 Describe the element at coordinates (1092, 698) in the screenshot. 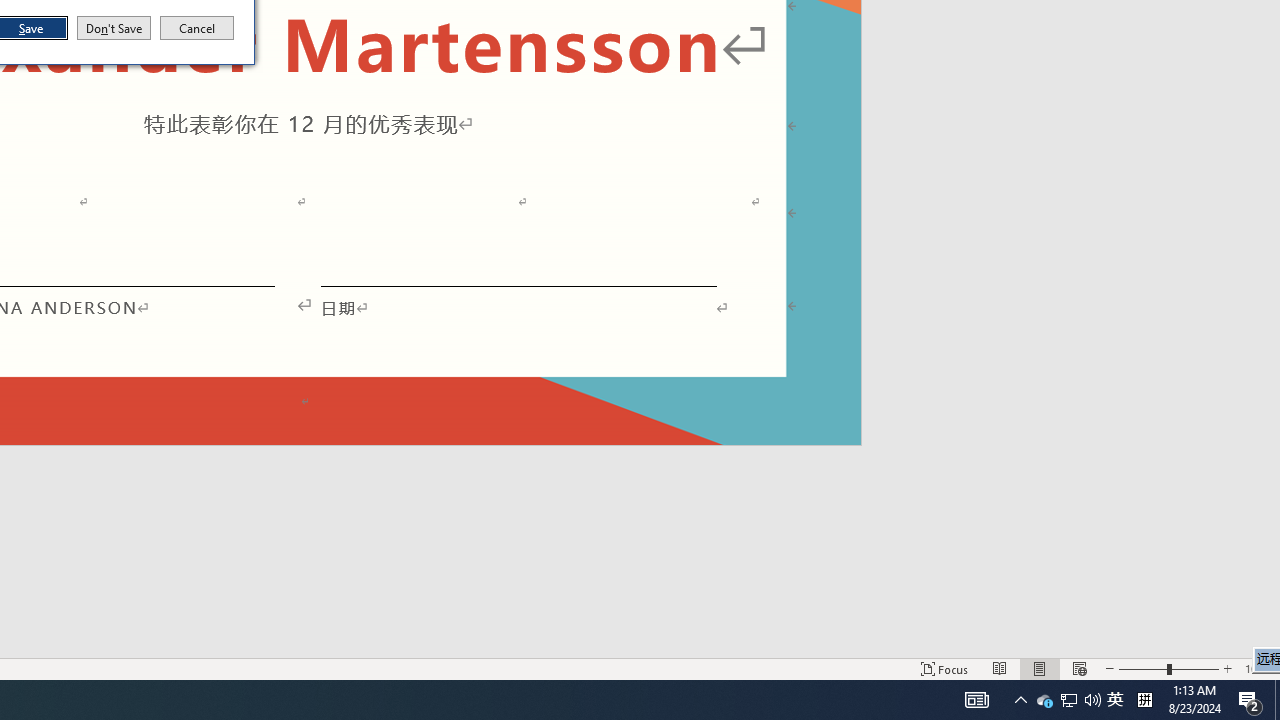

I see `'Q2790: 100%'` at that location.